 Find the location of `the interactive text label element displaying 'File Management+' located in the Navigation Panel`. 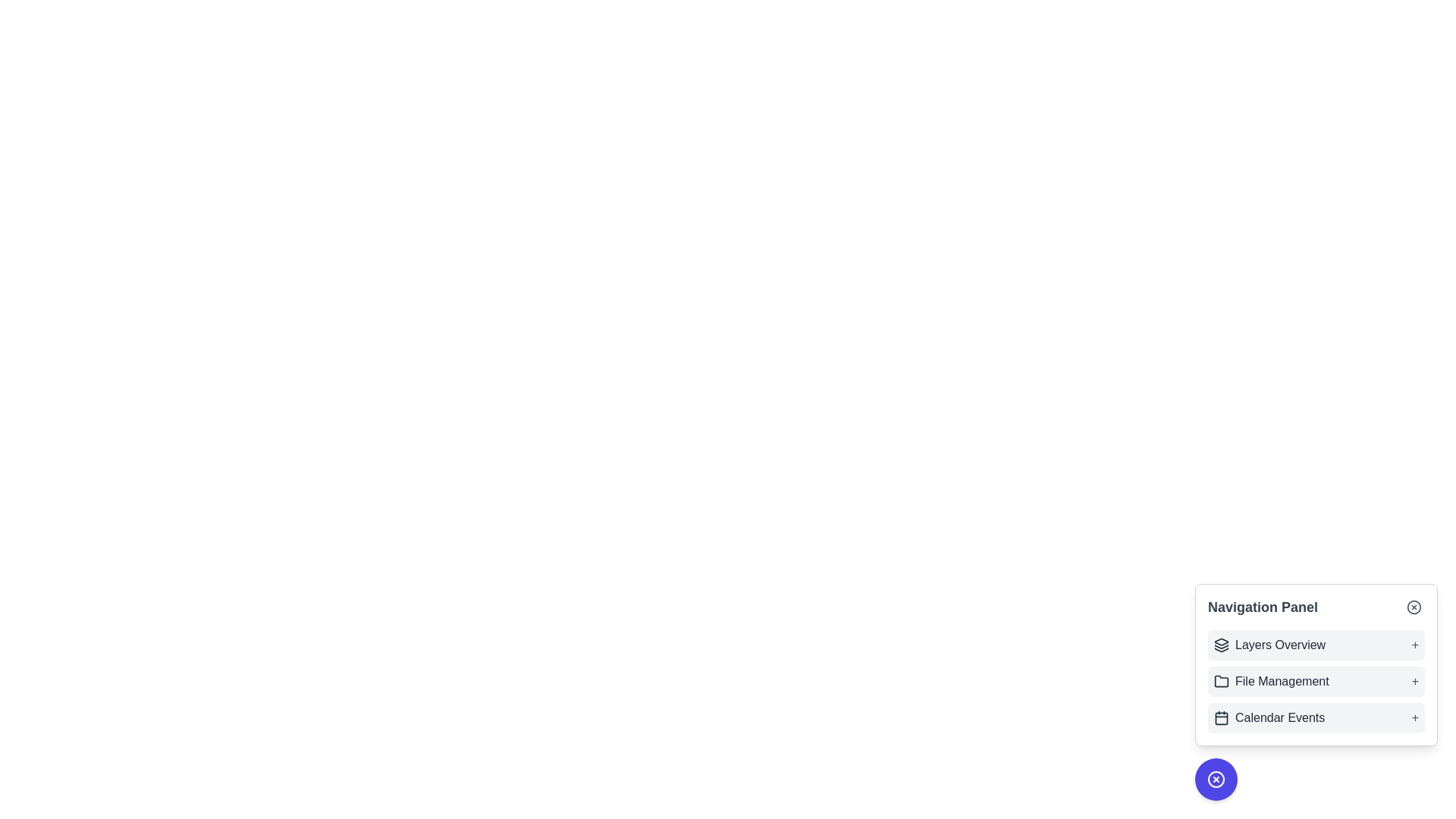

the interactive text label element displaying 'File Management+' located in the Navigation Panel is located at coordinates (1316, 692).